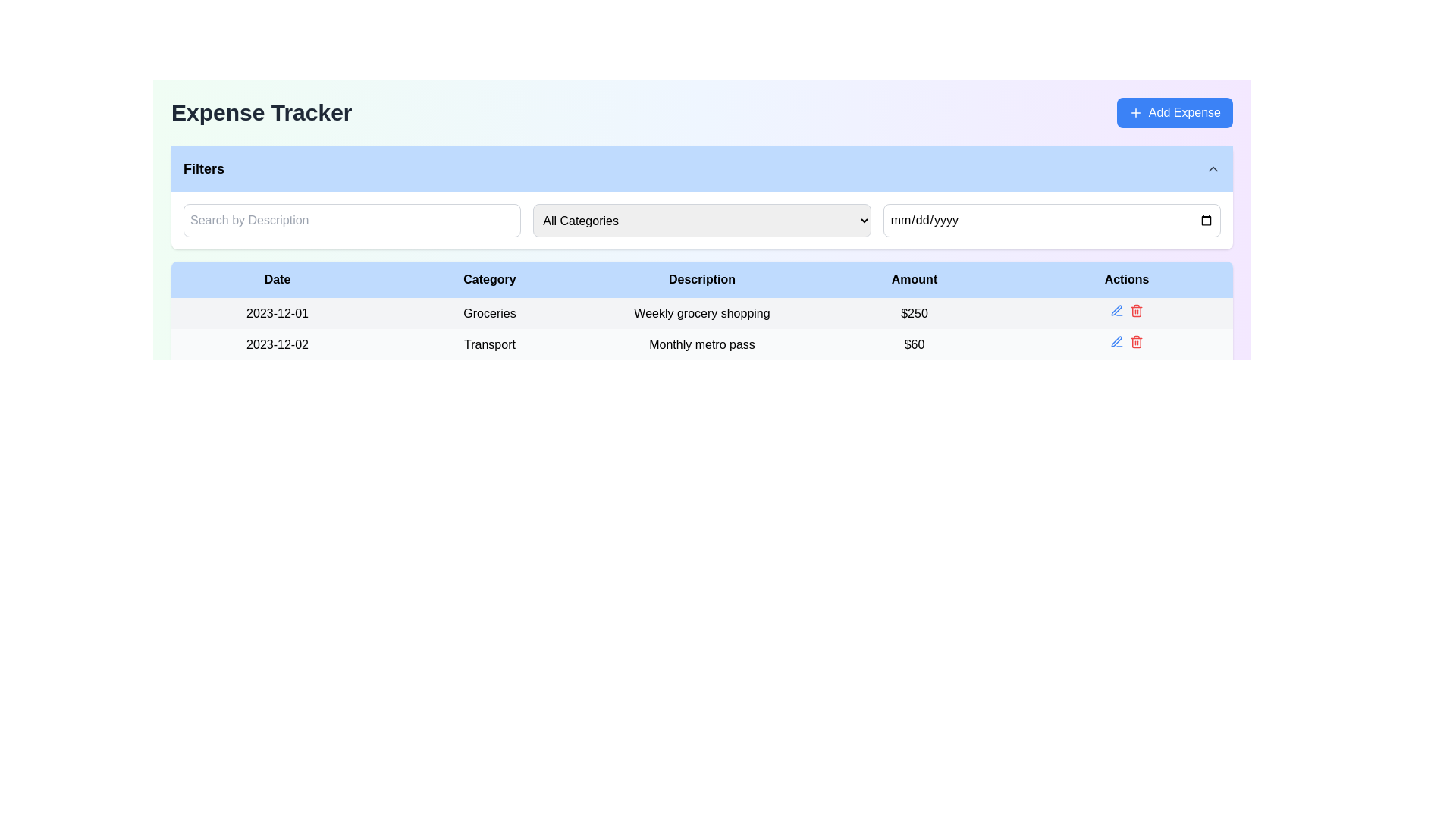 This screenshot has height=819, width=1456. I want to click on the prominent header displaying 'Expense Tracker', styled with a bold and large font in dark gray, positioned at the top-left corner of the application interface, so click(262, 112).